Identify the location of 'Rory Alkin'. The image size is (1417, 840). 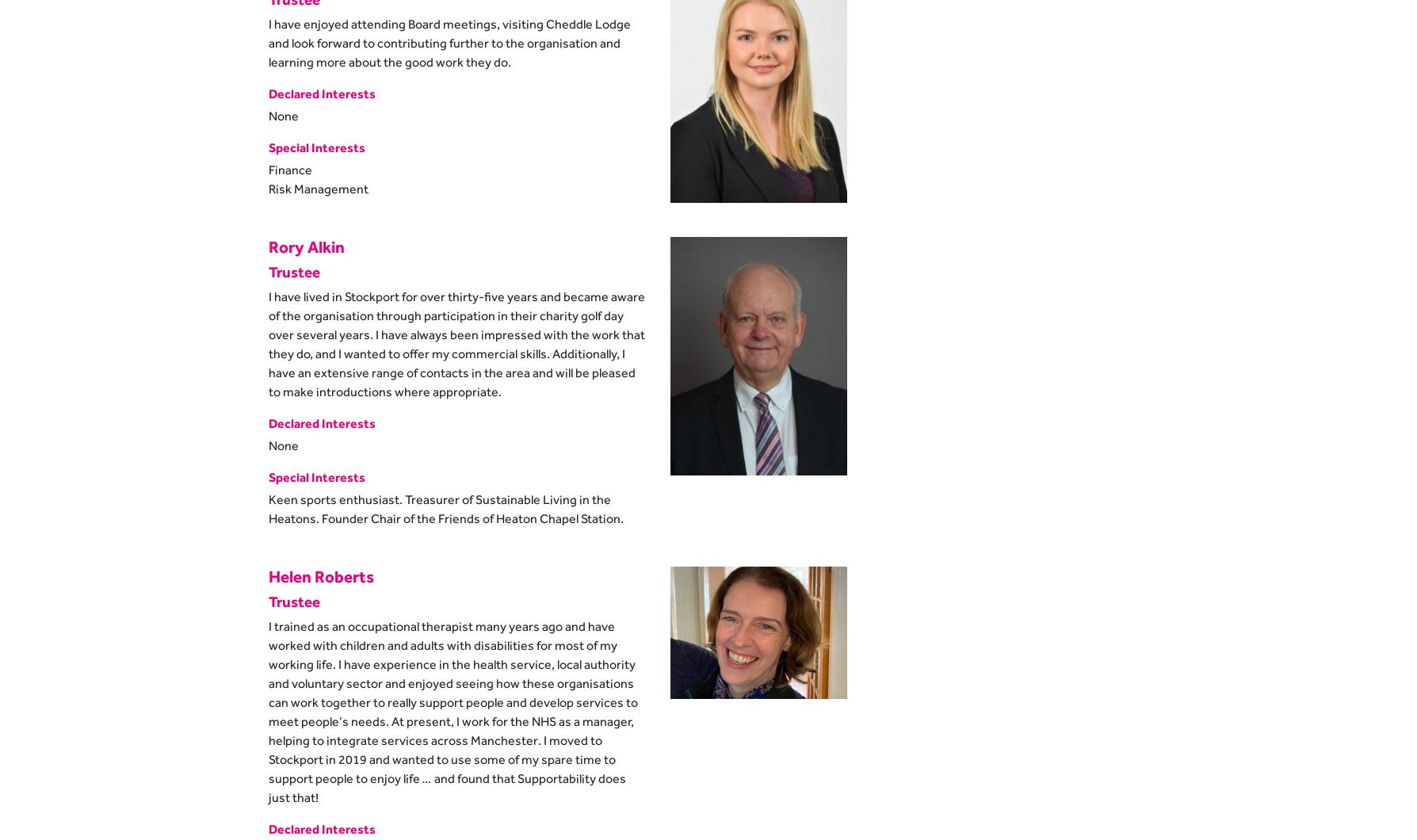
(305, 246).